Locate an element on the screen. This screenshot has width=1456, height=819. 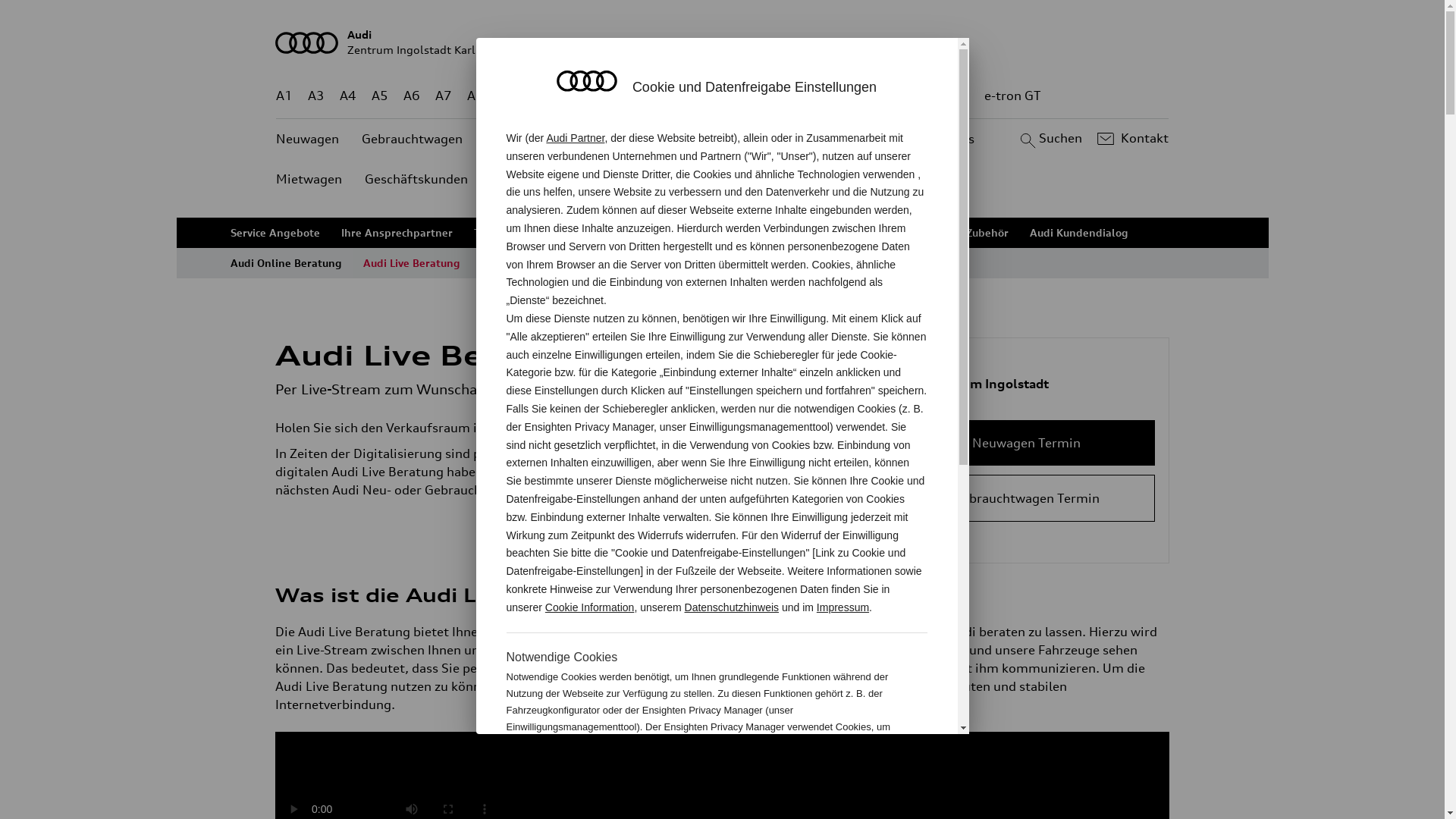
'Suchen' is located at coordinates (1048, 138).